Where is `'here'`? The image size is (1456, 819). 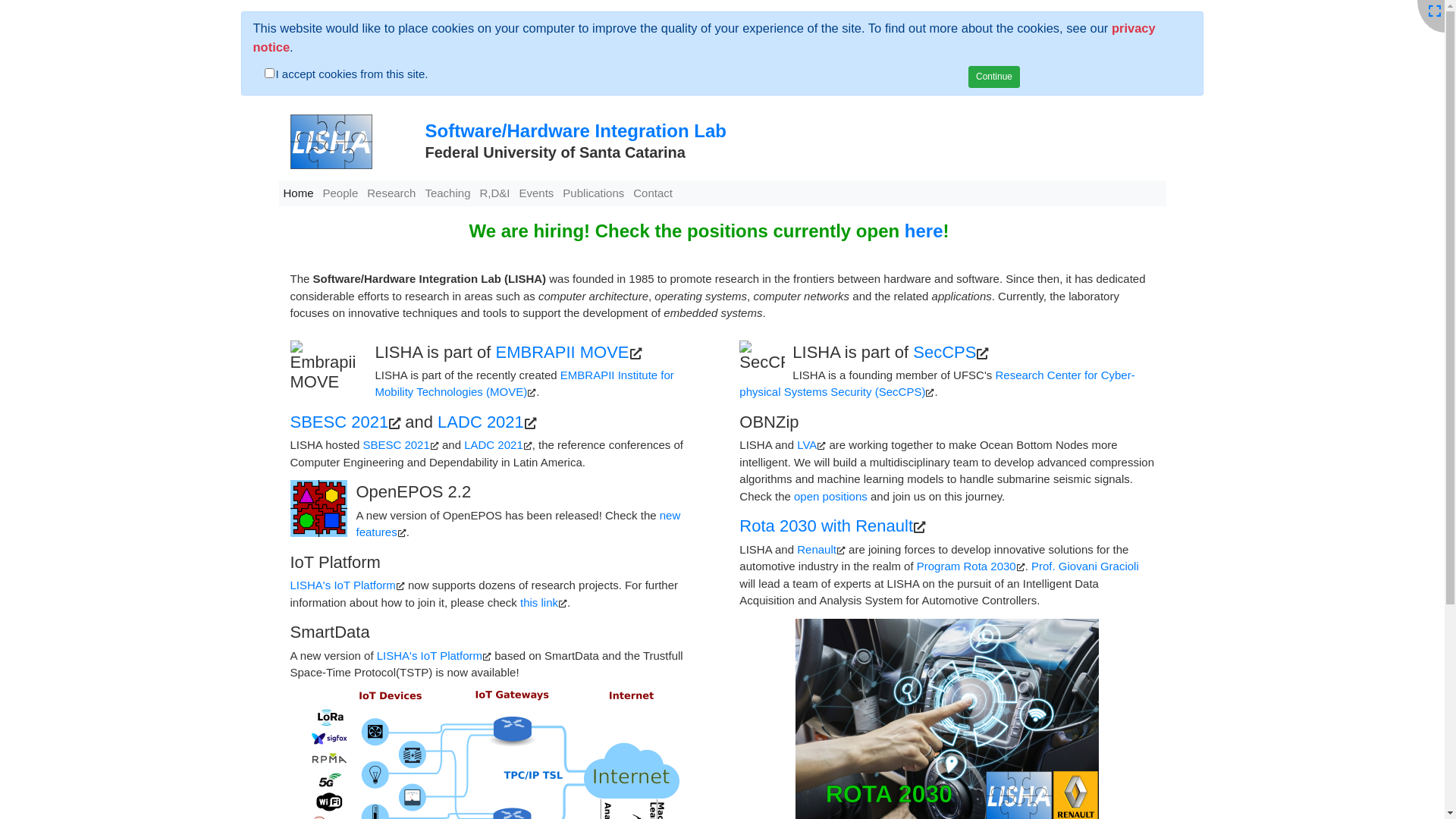 'here' is located at coordinates (923, 231).